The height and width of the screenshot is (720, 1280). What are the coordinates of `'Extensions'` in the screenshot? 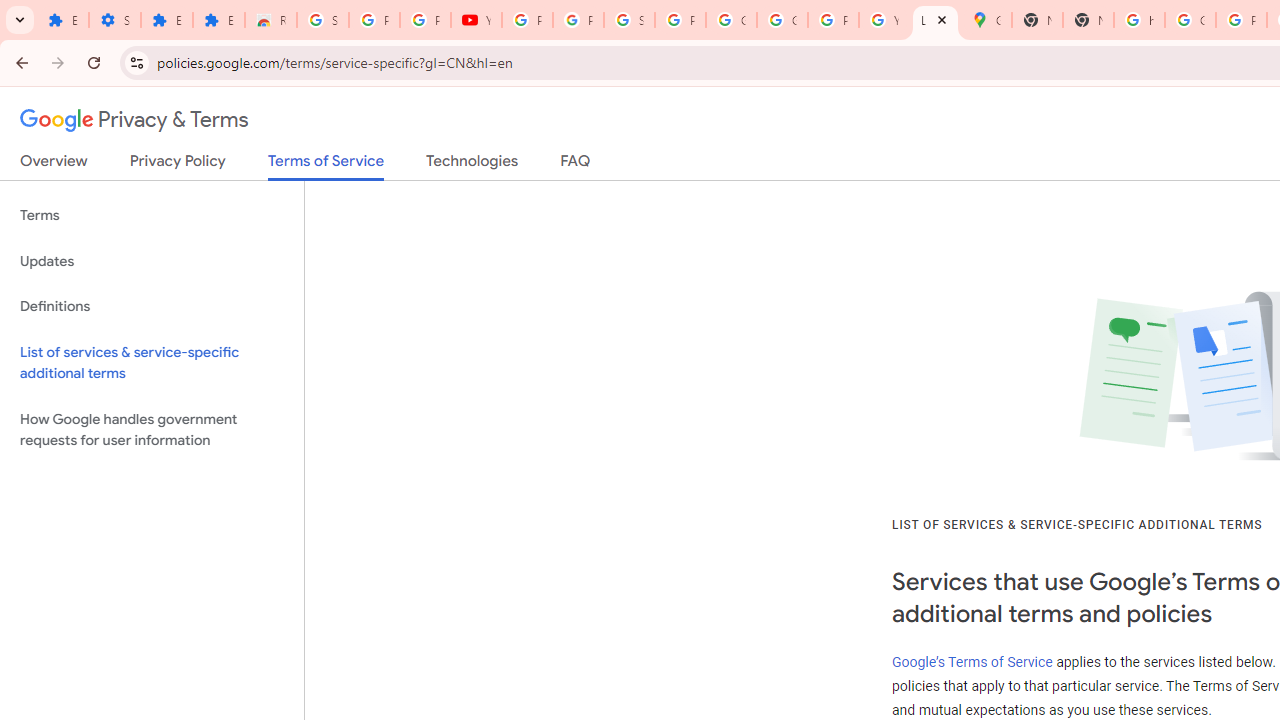 It's located at (167, 20).